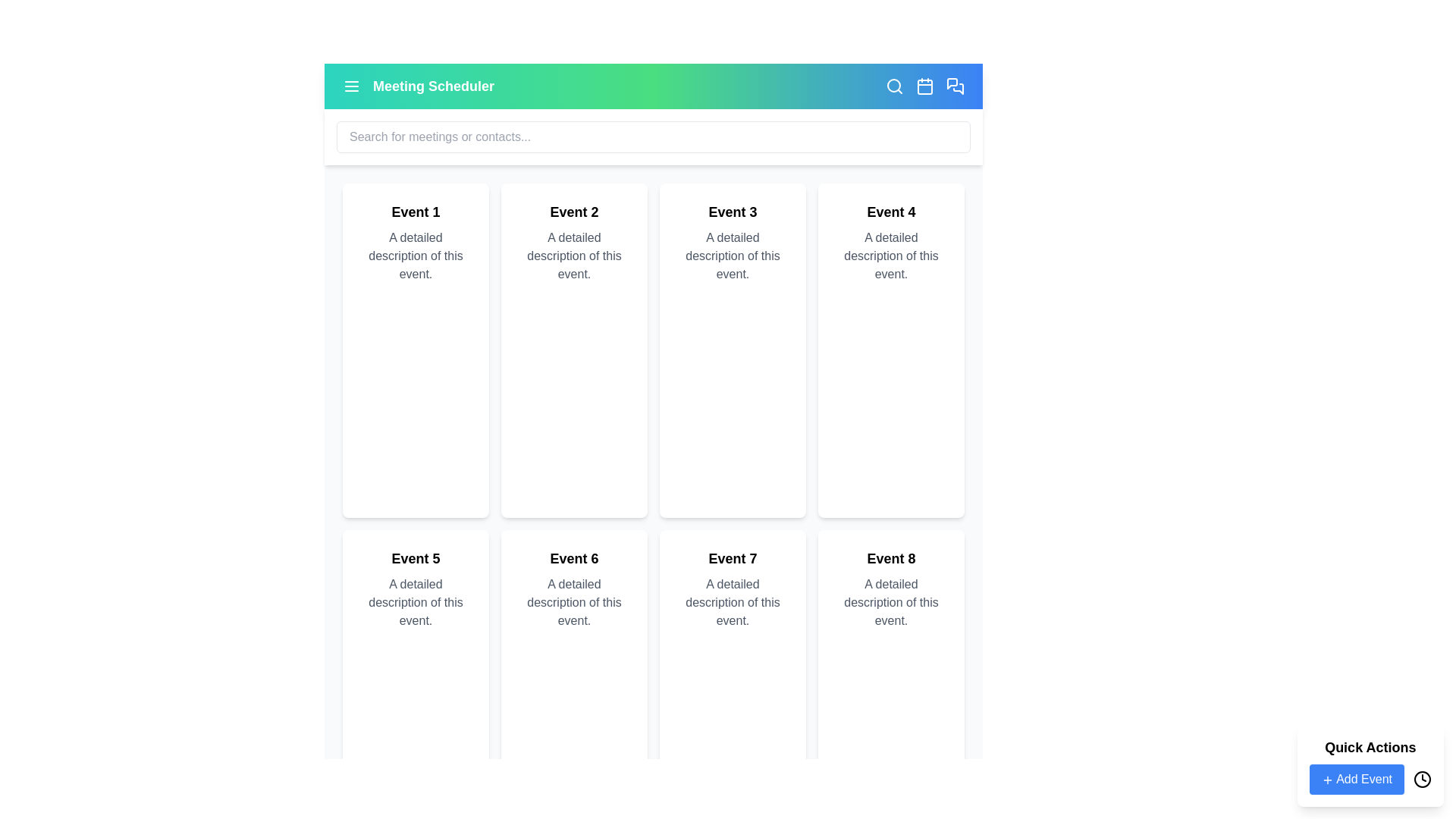 This screenshot has height=819, width=1456. Describe the element at coordinates (416, 558) in the screenshot. I see `the bold title text 'Event 5' located at the top-center of its card in the second row of the 4x2 grid layout` at that location.